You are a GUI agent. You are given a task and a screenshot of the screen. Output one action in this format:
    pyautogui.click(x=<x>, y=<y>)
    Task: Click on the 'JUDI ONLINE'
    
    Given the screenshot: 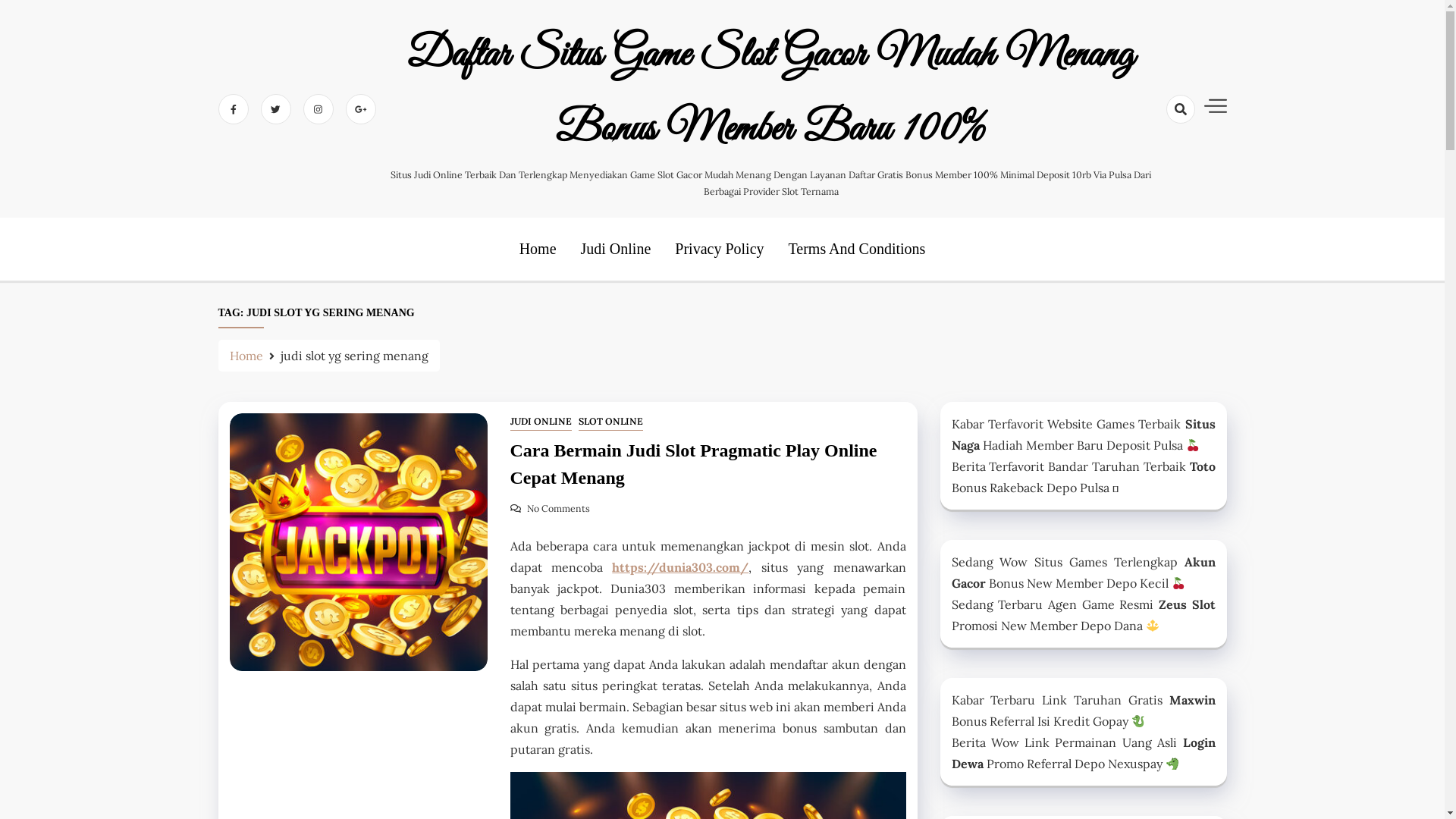 What is the action you would take?
    pyautogui.click(x=540, y=422)
    